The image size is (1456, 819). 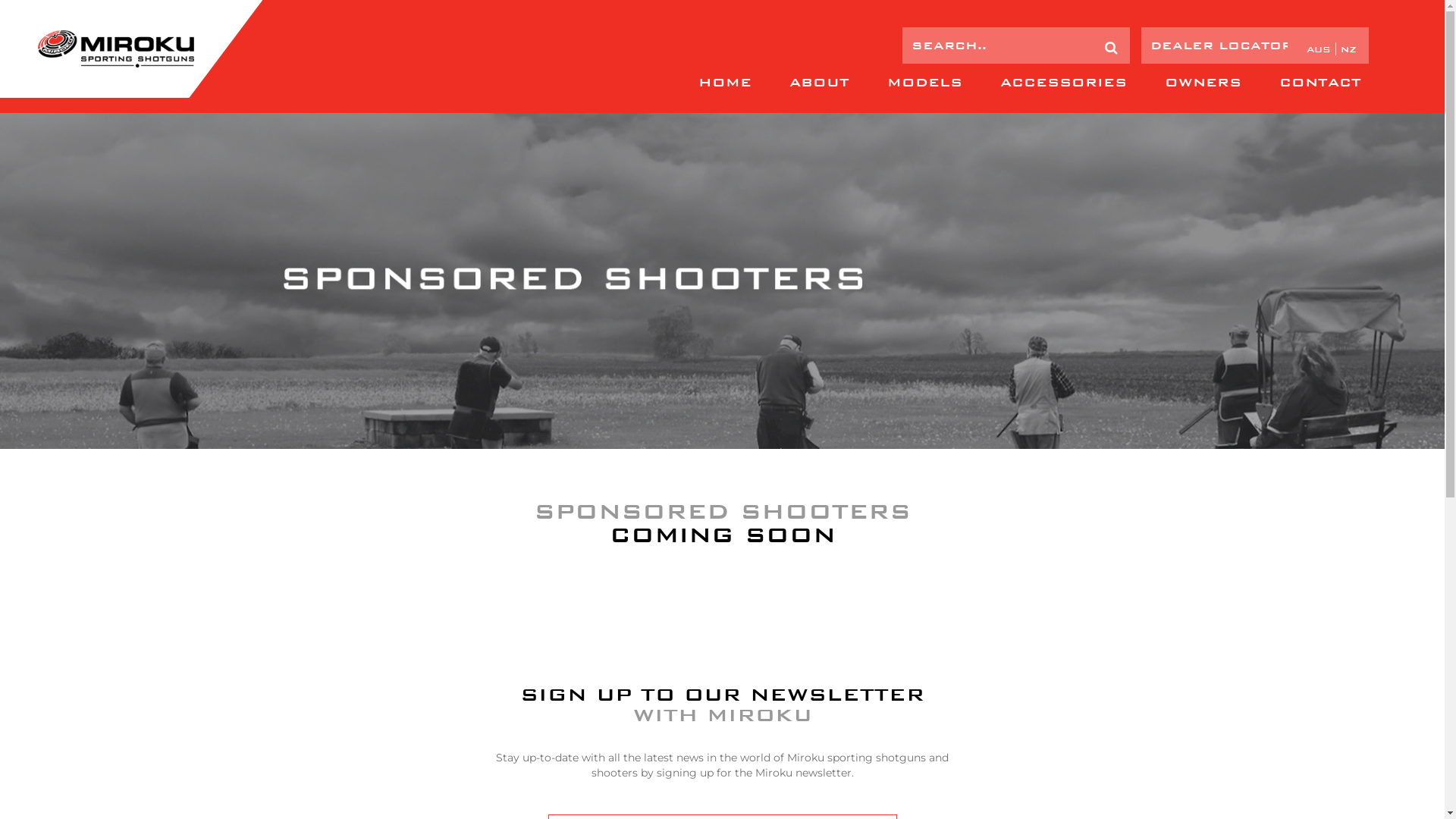 I want to click on 'aus', so click(x=1301, y=48).